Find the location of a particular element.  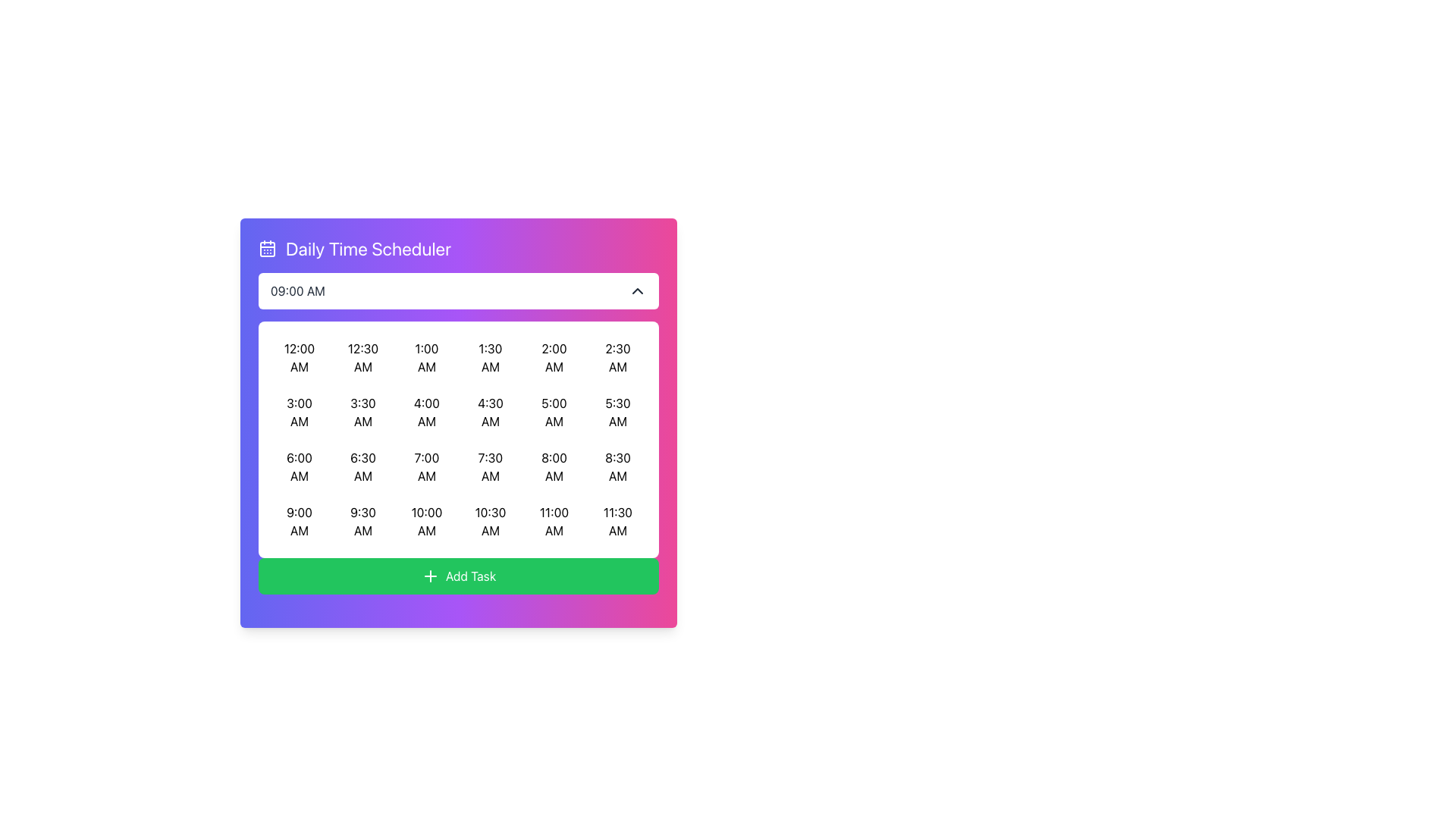

the time slot button representing '4:00 AM' in the scheduler interface is located at coordinates (425, 412).